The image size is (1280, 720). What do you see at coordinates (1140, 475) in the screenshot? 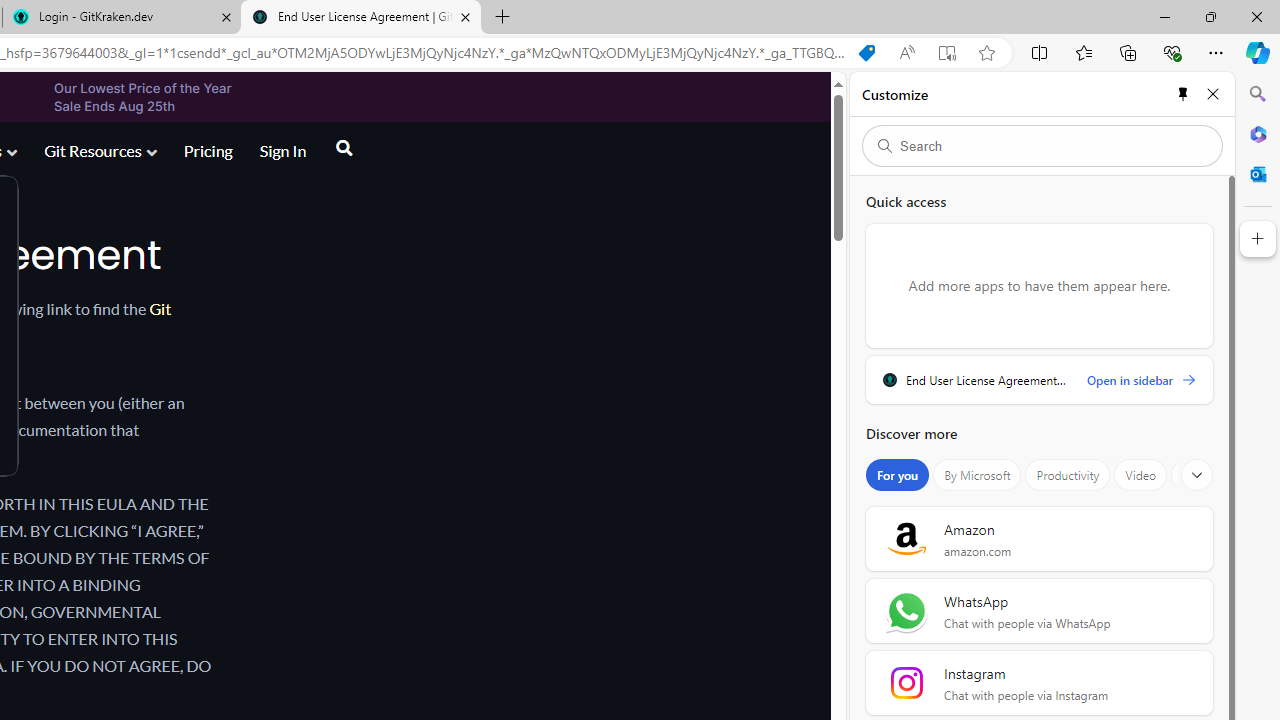
I see `'Video'` at bounding box center [1140, 475].